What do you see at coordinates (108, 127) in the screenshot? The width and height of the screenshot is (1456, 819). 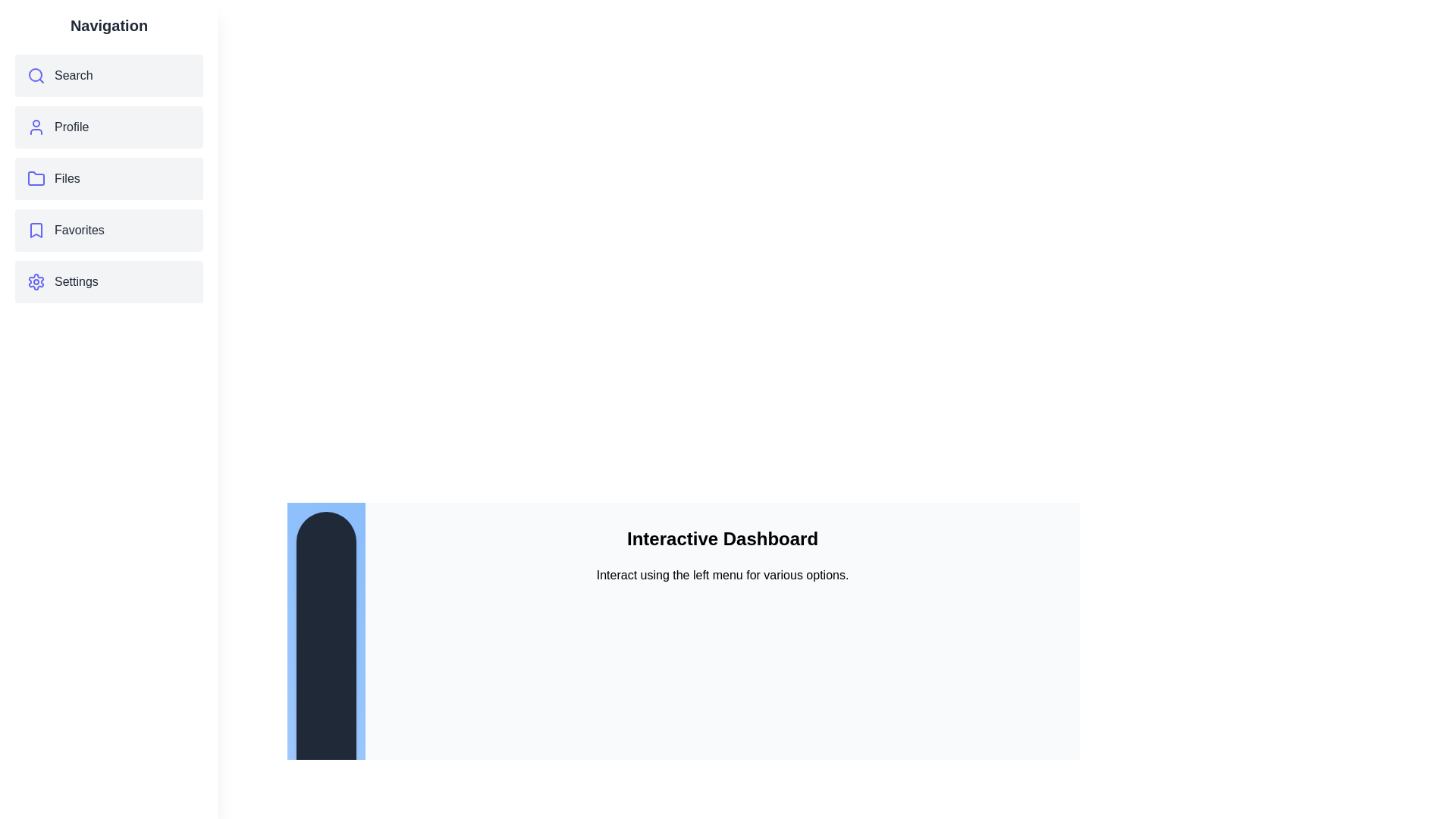 I see `the menu item corresponding to Profile to navigate` at bounding box center [108, 127].